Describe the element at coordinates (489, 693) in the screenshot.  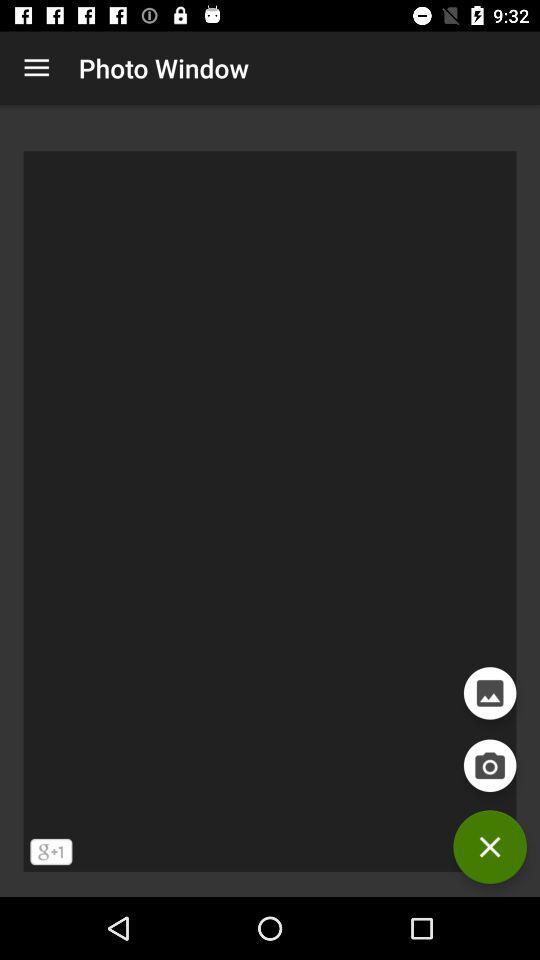
I see `the wallpaper icon` at that location.